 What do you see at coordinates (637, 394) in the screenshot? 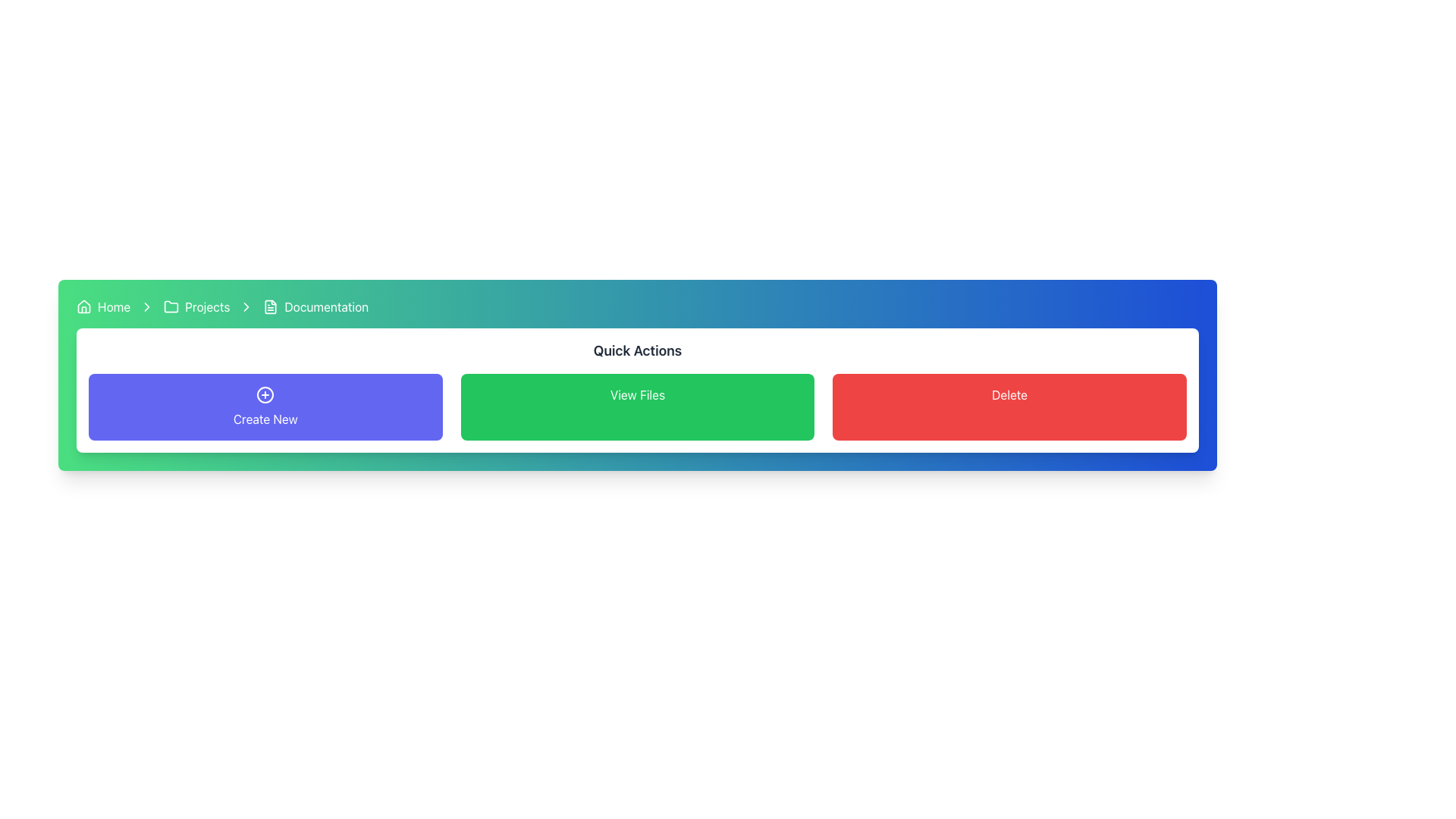
I see `the text label displaying 'View Files' which is centered within a rectangular green button in the Quick Actions row` at bounding box center [637, 394].